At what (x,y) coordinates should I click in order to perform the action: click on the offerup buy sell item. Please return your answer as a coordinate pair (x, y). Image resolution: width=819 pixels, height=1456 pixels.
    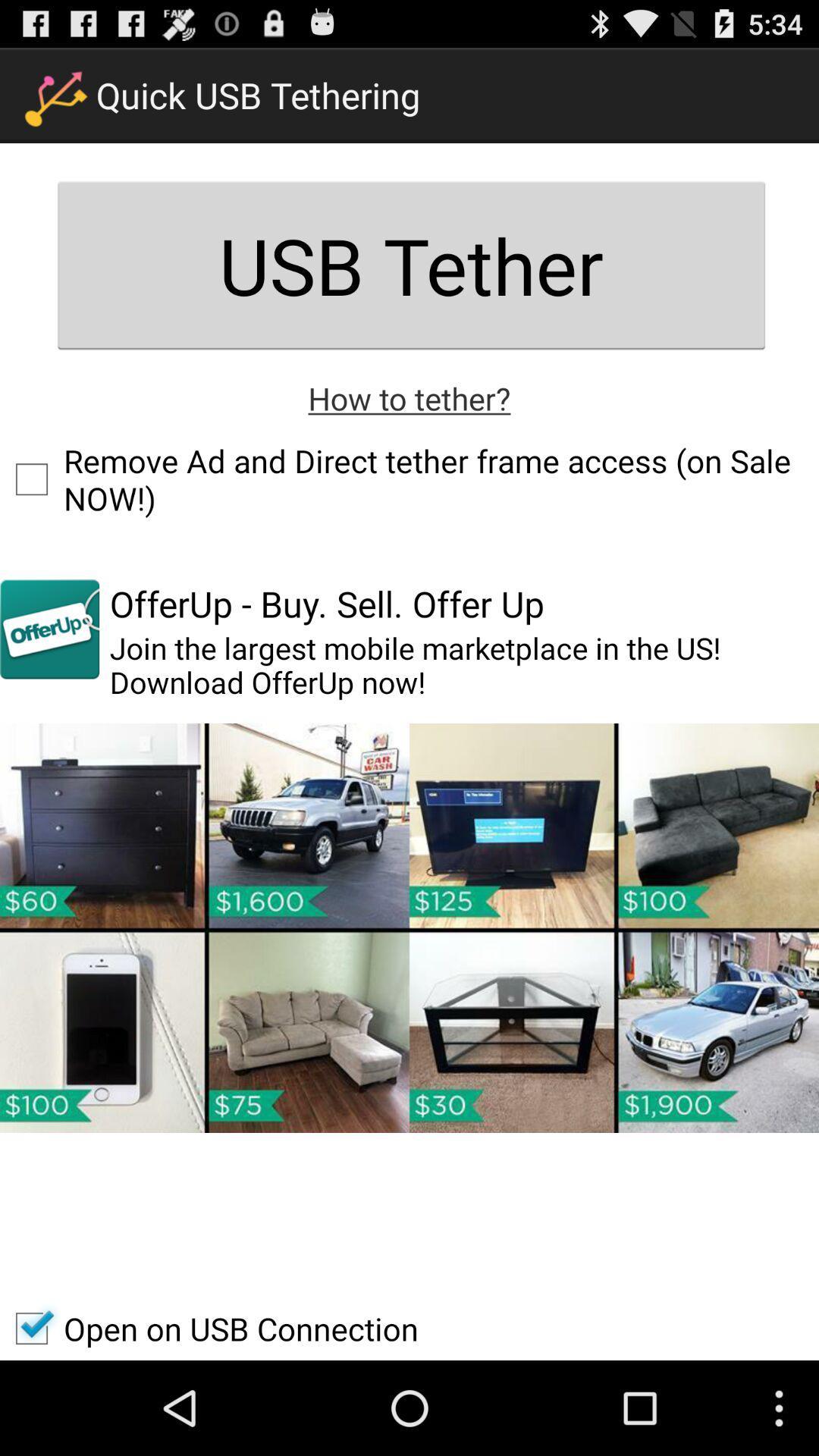
    Looking at the image, I should click on (326, 603).